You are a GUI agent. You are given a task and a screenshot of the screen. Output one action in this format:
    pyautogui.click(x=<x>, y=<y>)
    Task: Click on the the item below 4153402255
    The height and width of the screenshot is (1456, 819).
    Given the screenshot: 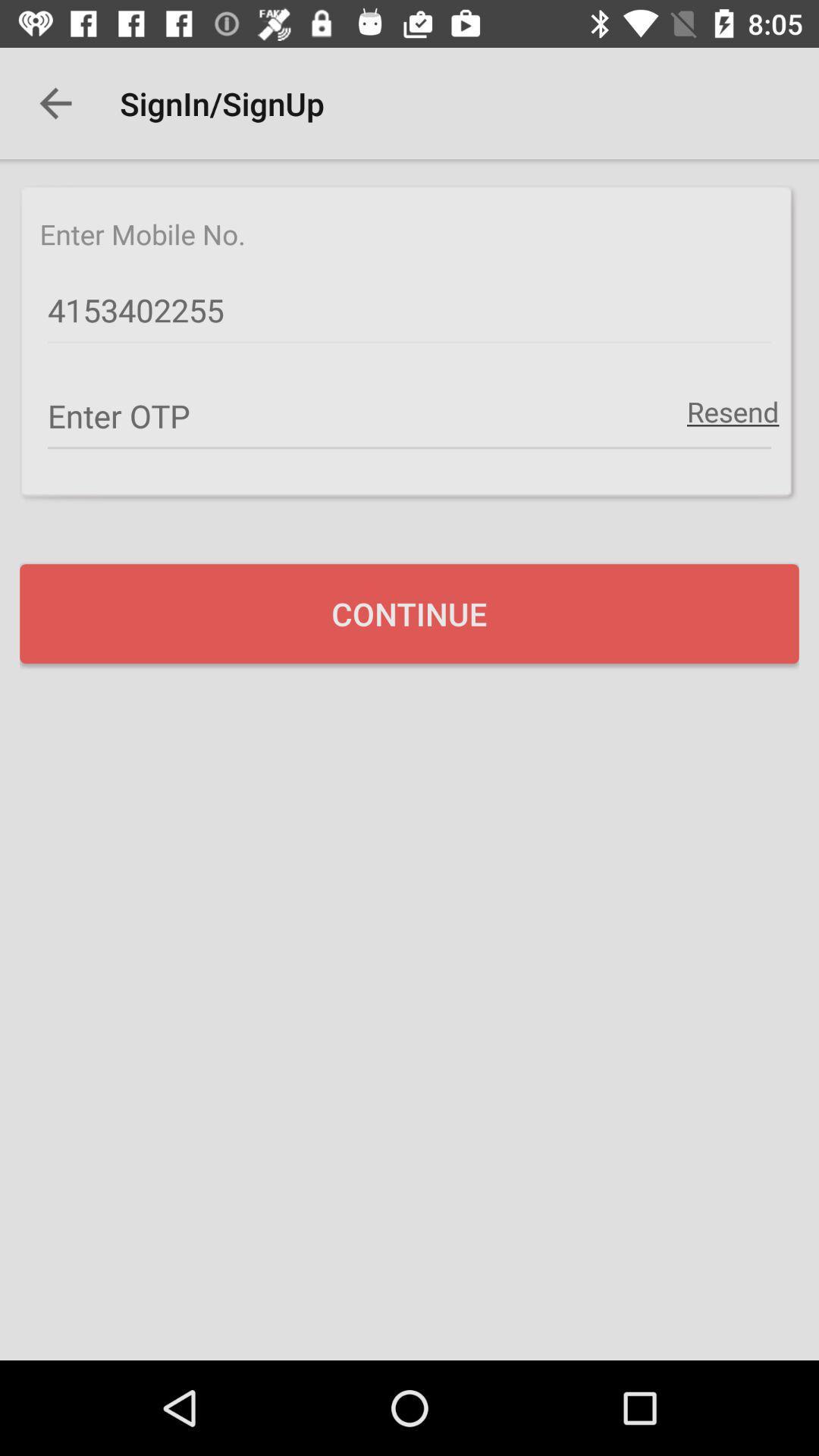 What is the action you would take?
    pyautogui.click(x=409, y=416)
    